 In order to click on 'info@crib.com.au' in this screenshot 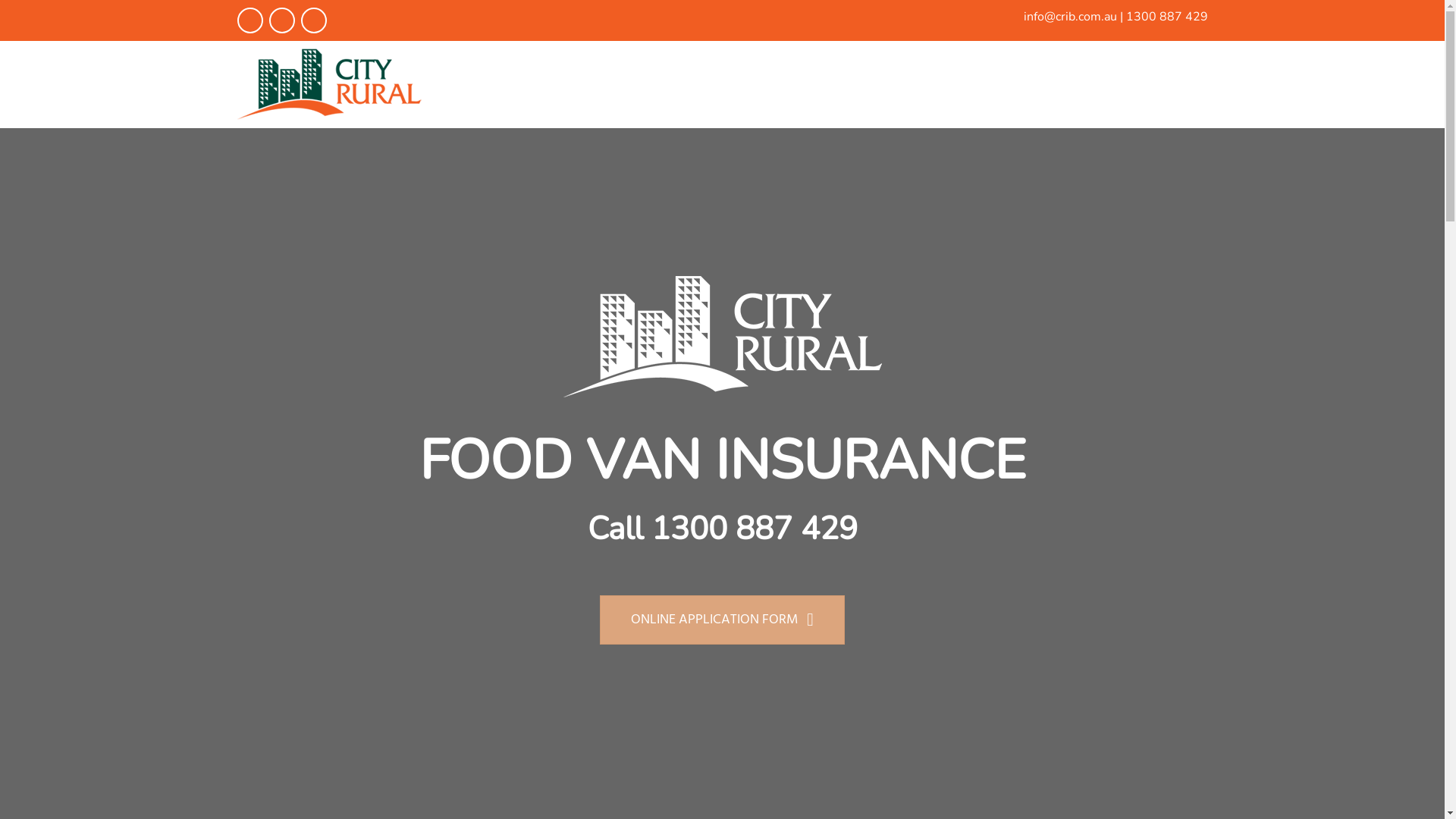, I will do `click(1023, 17)`.